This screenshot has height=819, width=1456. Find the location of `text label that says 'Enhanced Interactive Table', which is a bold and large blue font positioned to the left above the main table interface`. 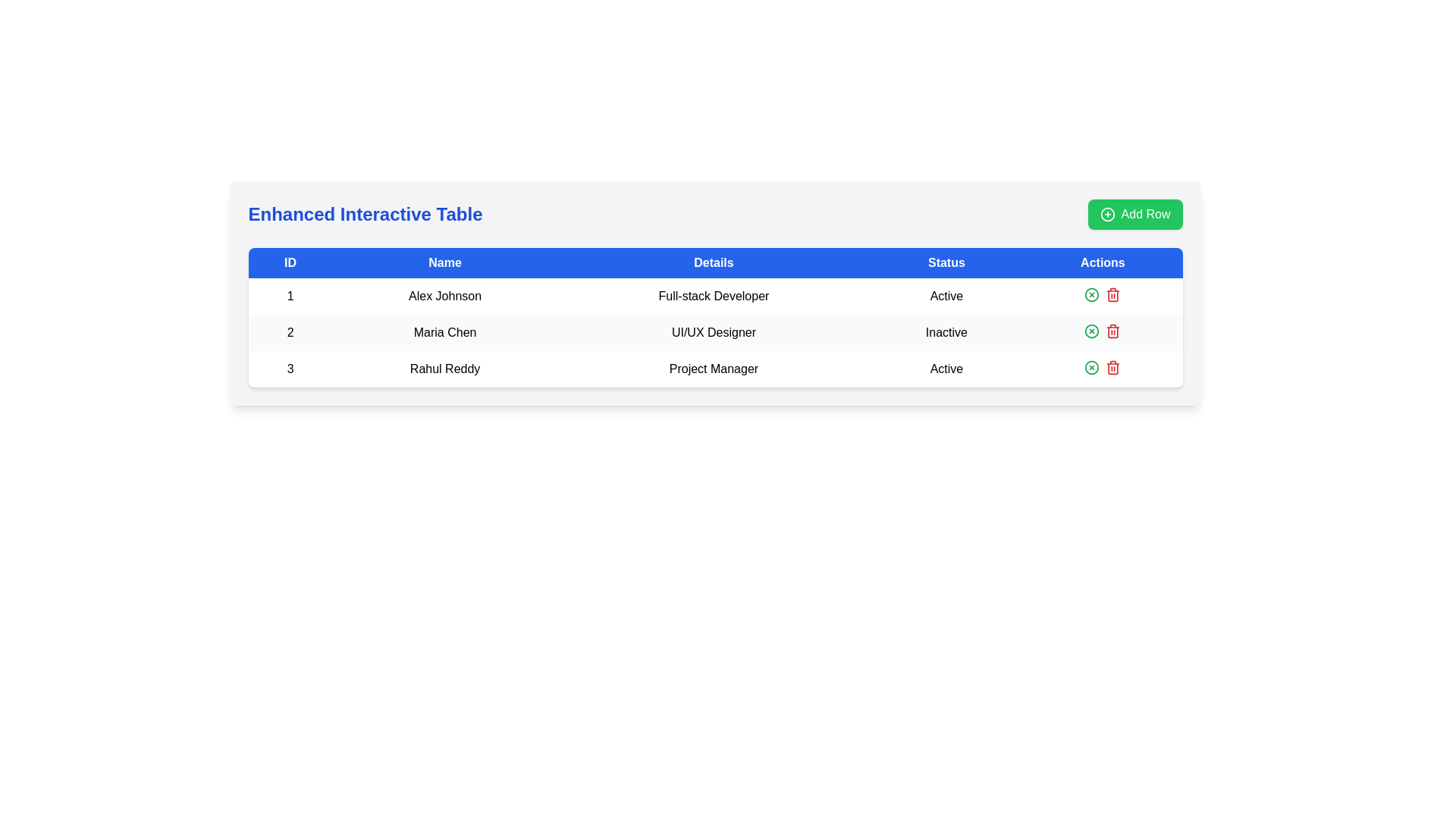

text label that says 'Enhanced Interactive Table', which is a bold and large blue font positioned to the left above the main table interface is located at coordinates (365, 214).